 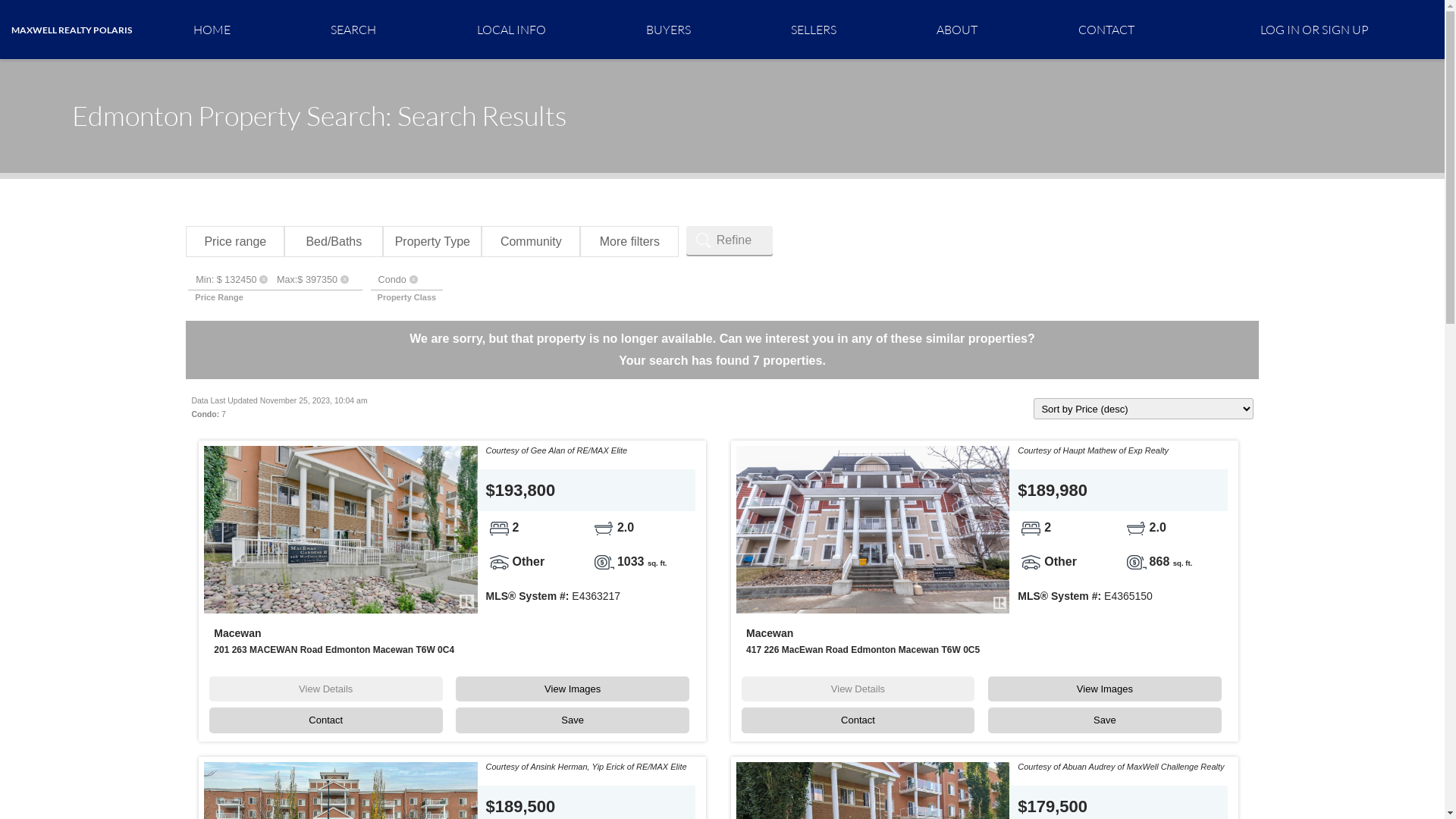 I want to click on 'HOME', so click(x=211, y=29).